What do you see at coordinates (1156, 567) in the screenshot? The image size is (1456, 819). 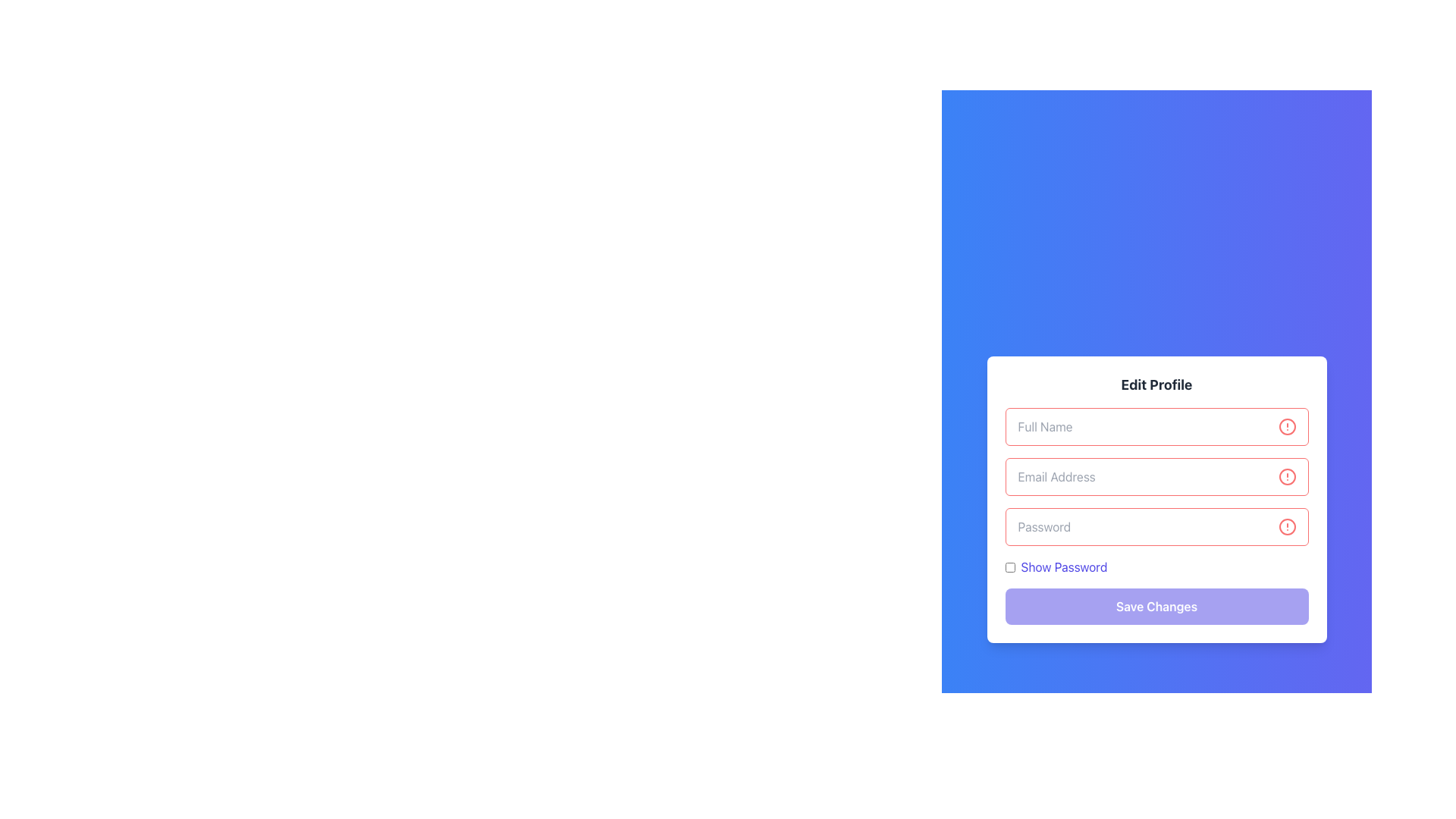 I see `the checkbox` at bounding box center [1156, 567].